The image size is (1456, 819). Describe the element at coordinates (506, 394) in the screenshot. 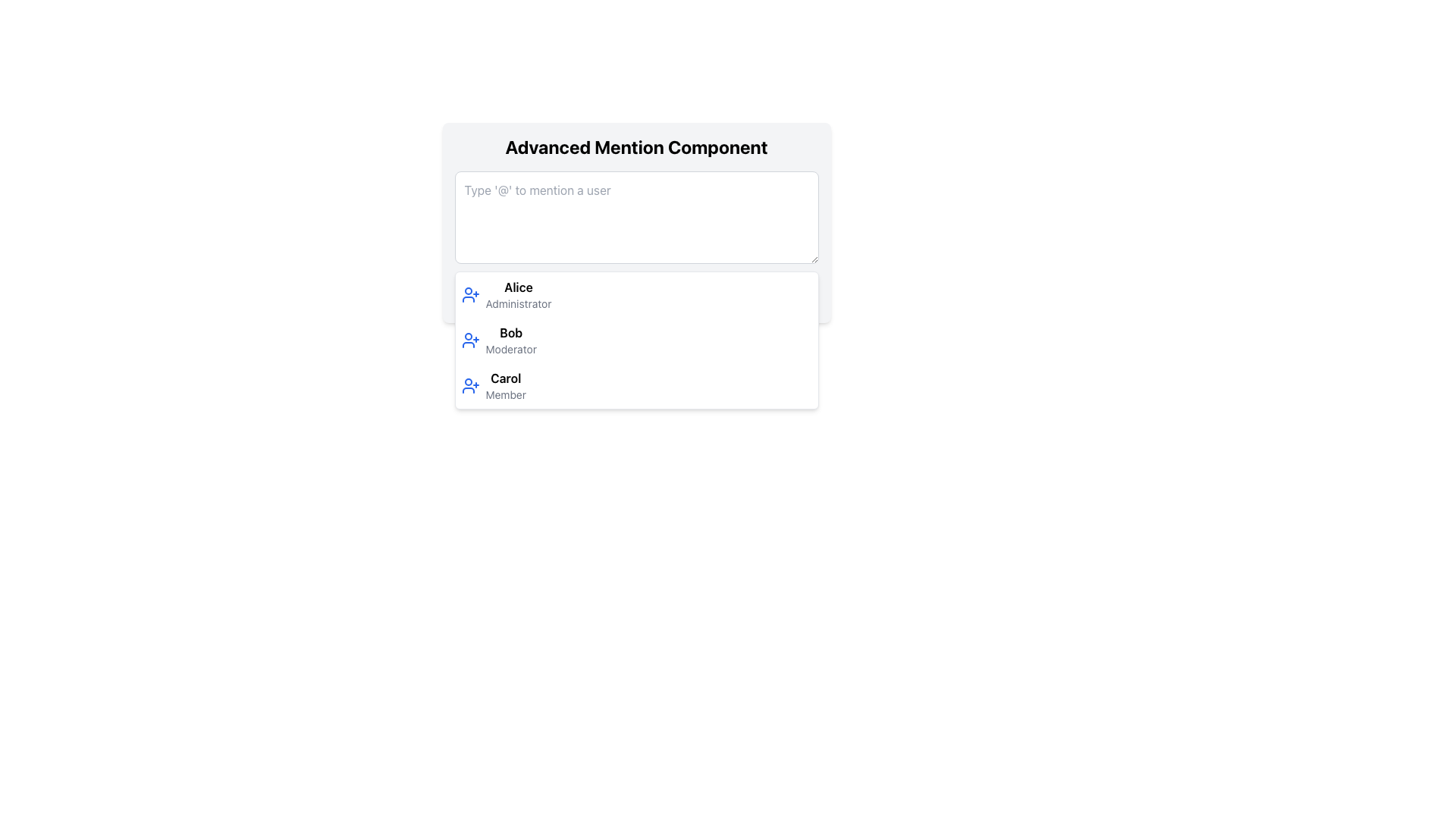

I see `the text label displaying 'Member' in a small-sized gray font, positioned directly below the name 'Carol' in a user listing` at that location.